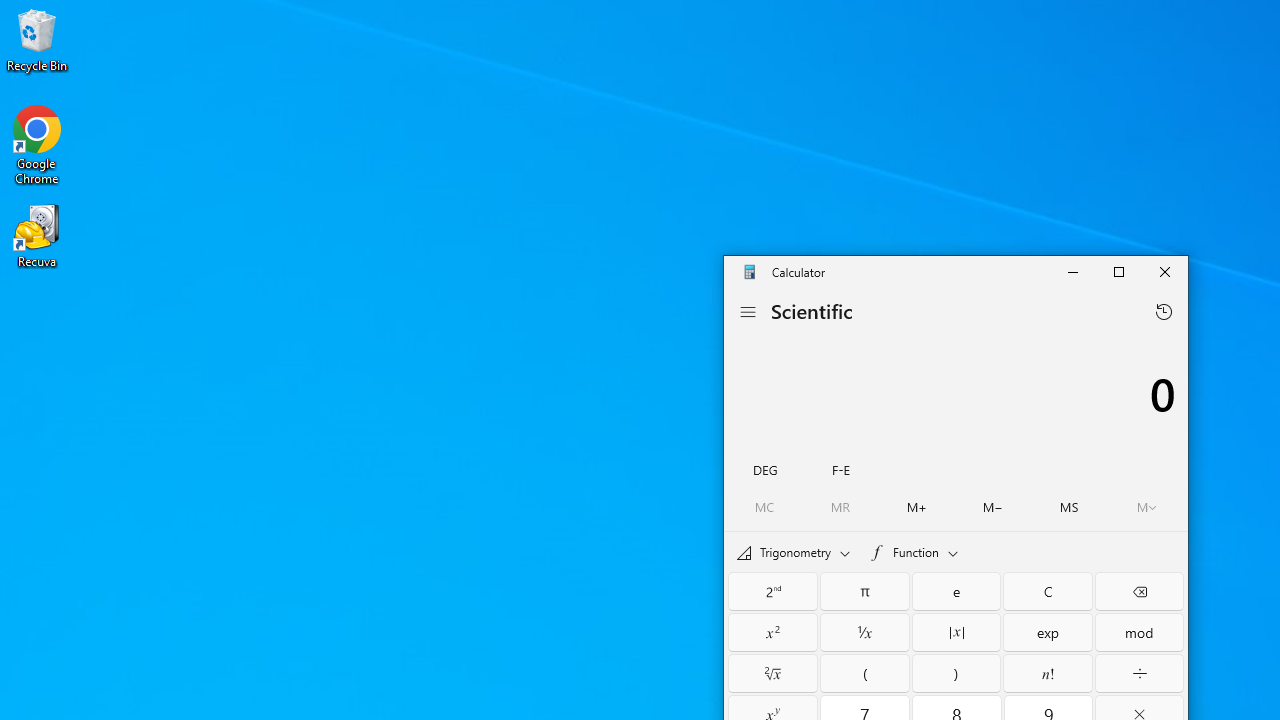 Image resolution: width=1280 pixels, height=720 pixels. What do you see at coordinates (1117, 272) in the screenshot?
I see `'Maximize Calculator'` at bounding box center [1117, 272].